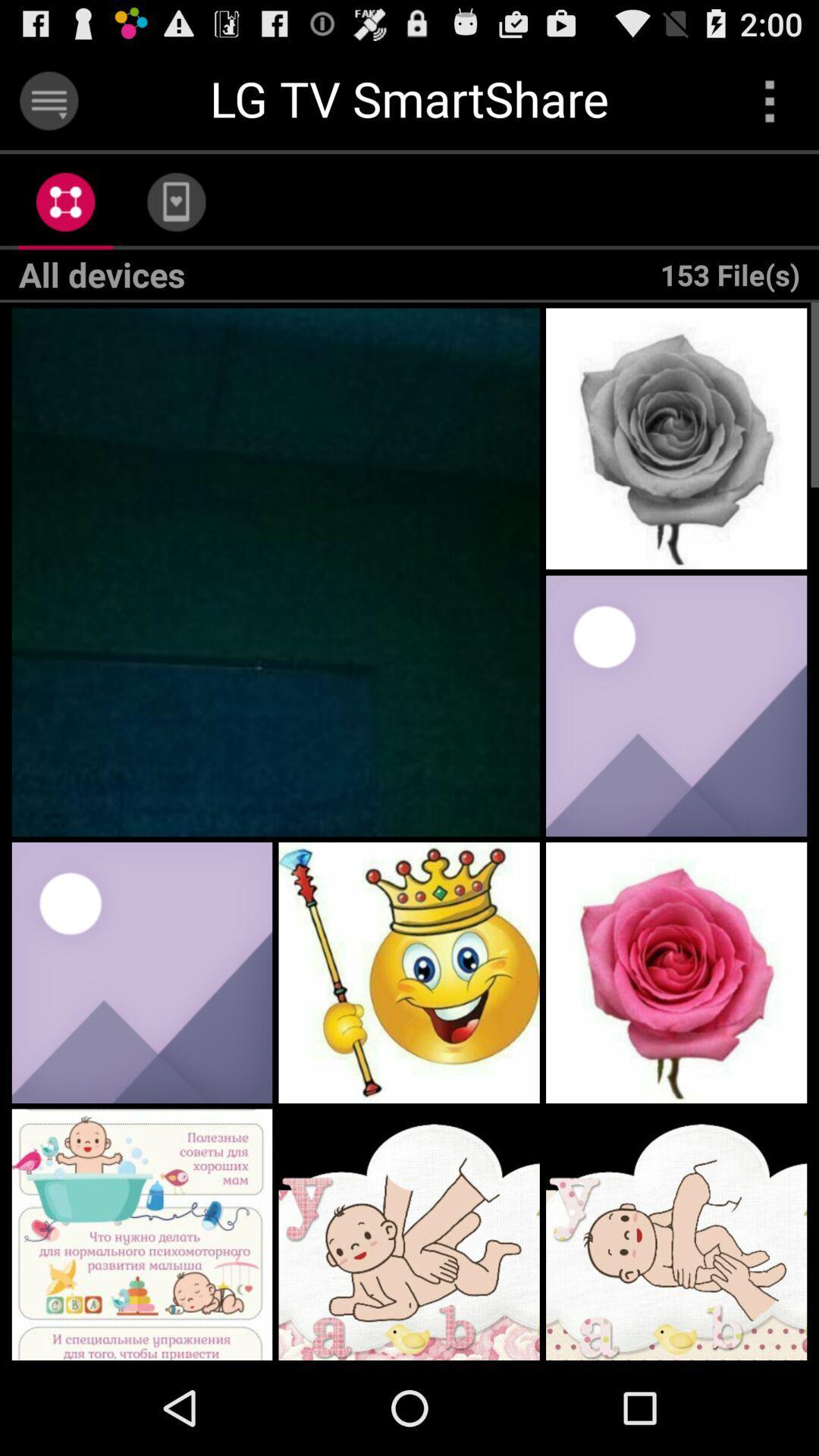  Describe the element at coordinates (770, 100) in the screenshot. I see `shows menu option` at that location.